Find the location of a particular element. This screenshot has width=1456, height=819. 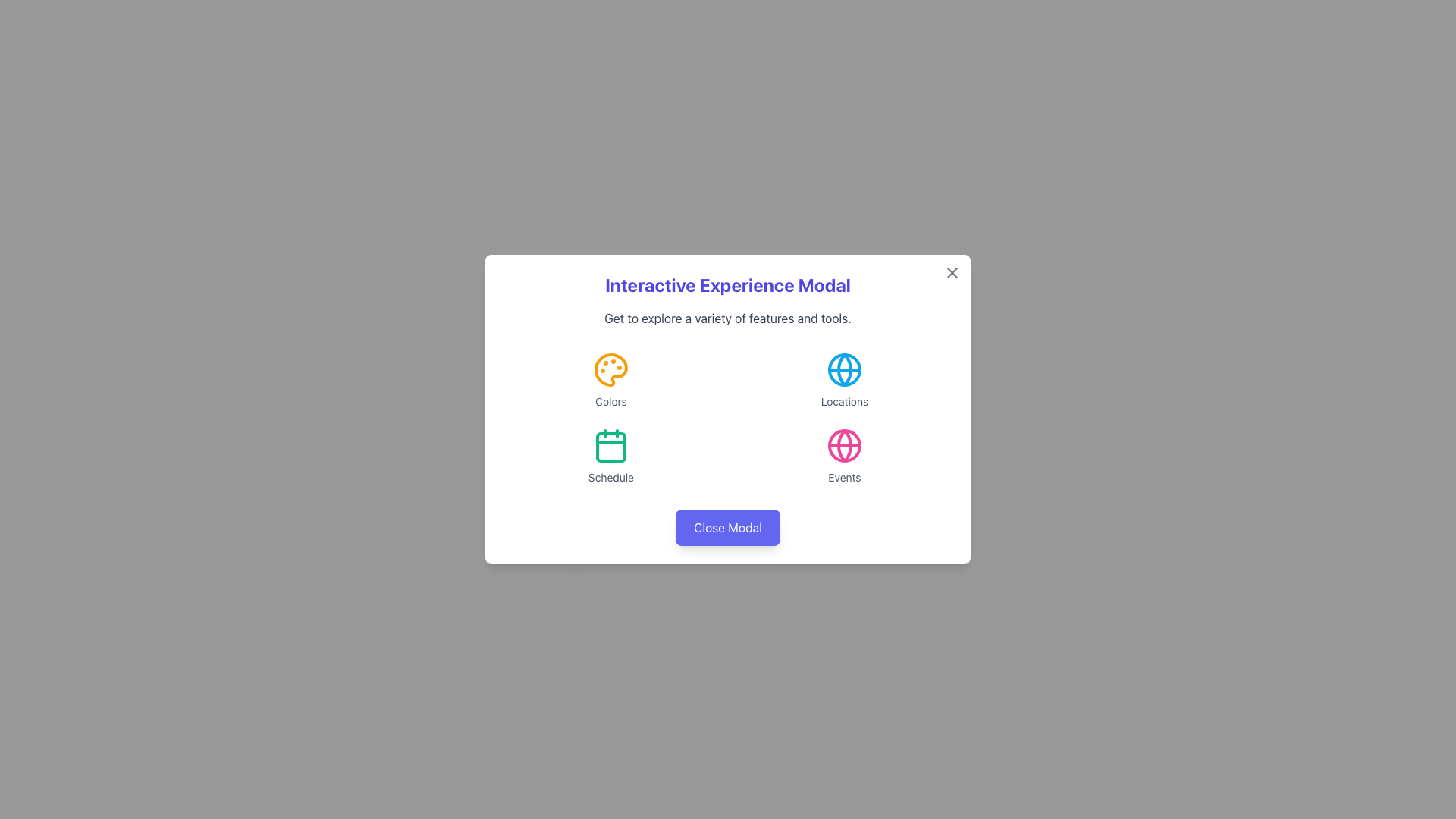

the 'Events' label, which is located in the lower right corner of the central modal window and directly below the pink globe icon is located at coordinates (843, 476).